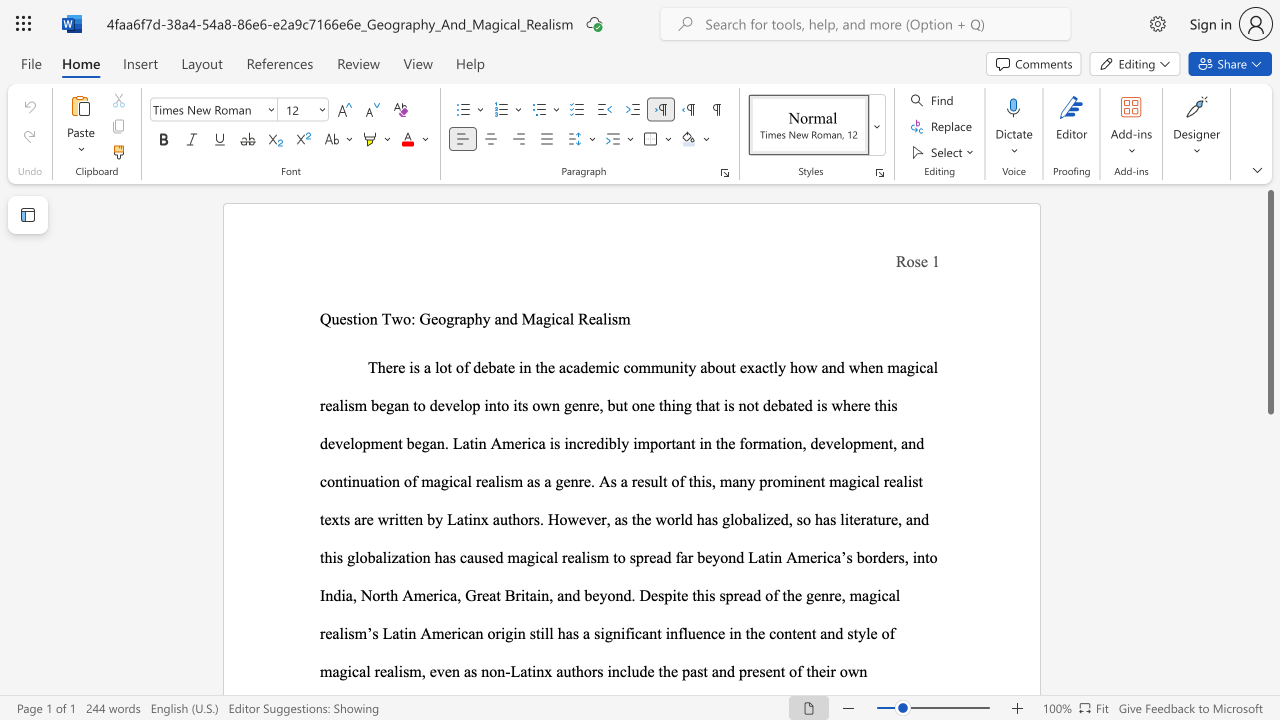  What do you see at coordinates (365, 318) in the screenshot?
I see `the 1th character "o" in the text` at bounding box center [365, 318].